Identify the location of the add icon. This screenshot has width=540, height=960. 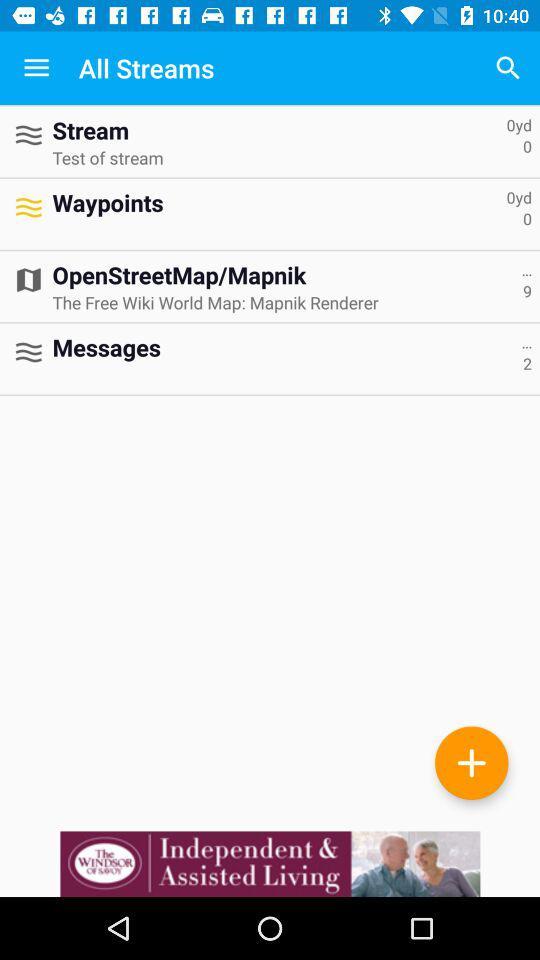
(471, 762).